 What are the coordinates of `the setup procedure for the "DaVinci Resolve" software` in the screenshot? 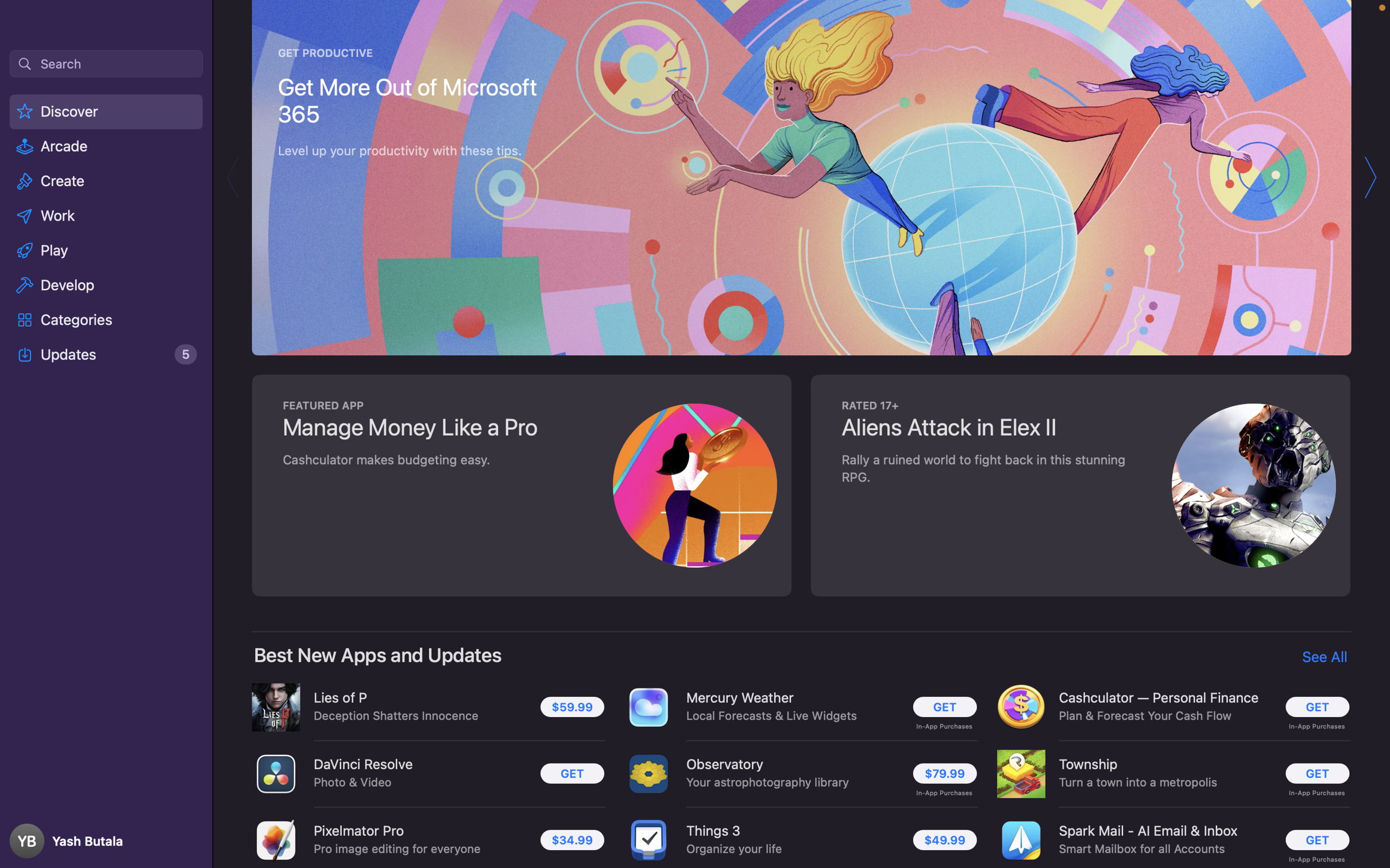 It's located at (569, 773).